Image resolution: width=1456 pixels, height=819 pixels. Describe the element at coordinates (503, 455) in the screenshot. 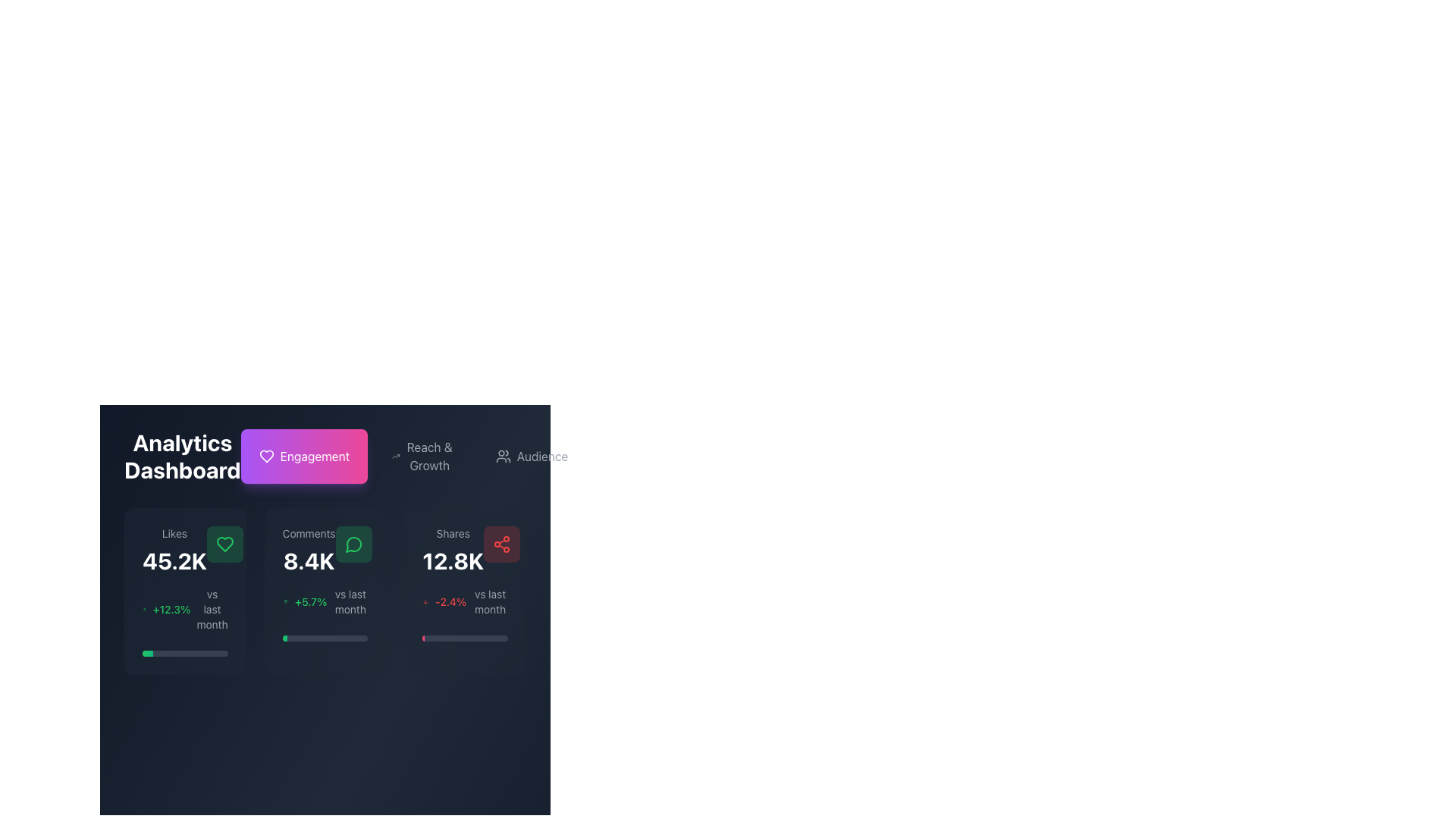

I see `the user profile icon, which is a vector graphic consisting of two rounded shapes resembling stylized people, positioned next to the text 'Audience'` at that location.